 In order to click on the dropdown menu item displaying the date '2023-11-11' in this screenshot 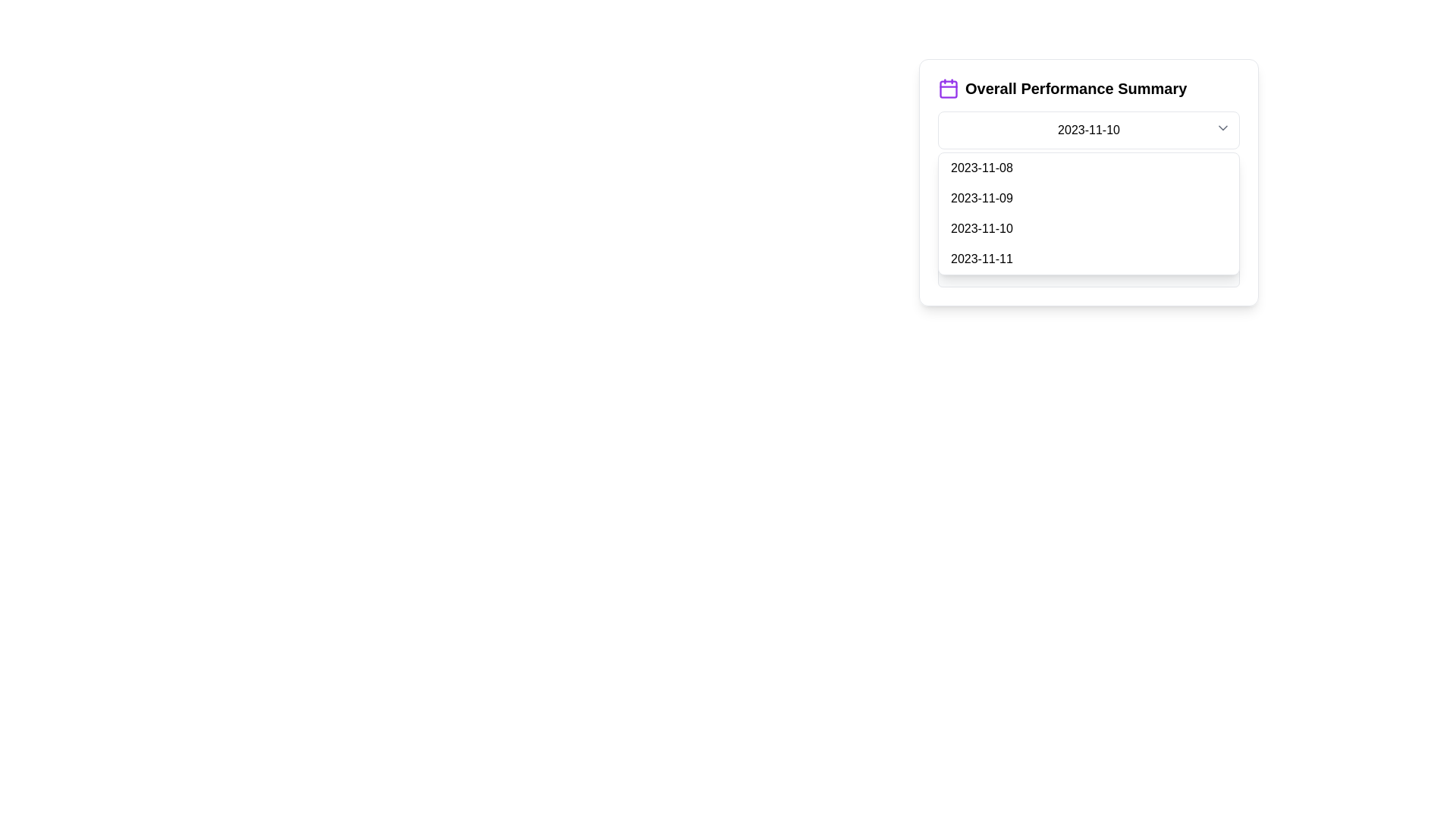, I will do `click(1087, 259)`.